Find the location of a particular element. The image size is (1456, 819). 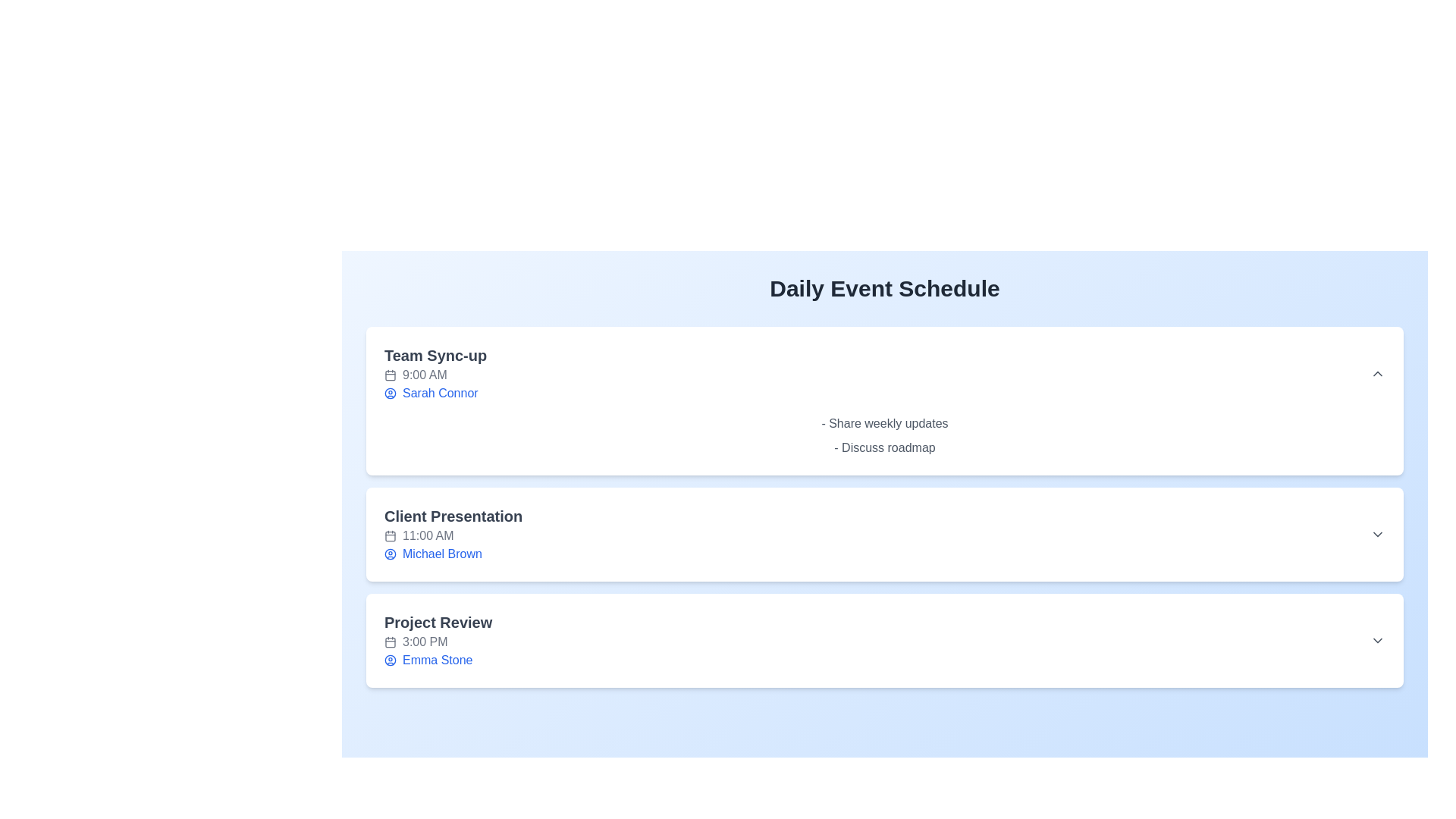

the text label reading 'Client Presentation' located in the middle event card of the 'Daily Event Schedule' page, positioned above the timestamp '11:00 AM' and below the header 'Daily Event Schedule' is located at coordinates (453, 516).